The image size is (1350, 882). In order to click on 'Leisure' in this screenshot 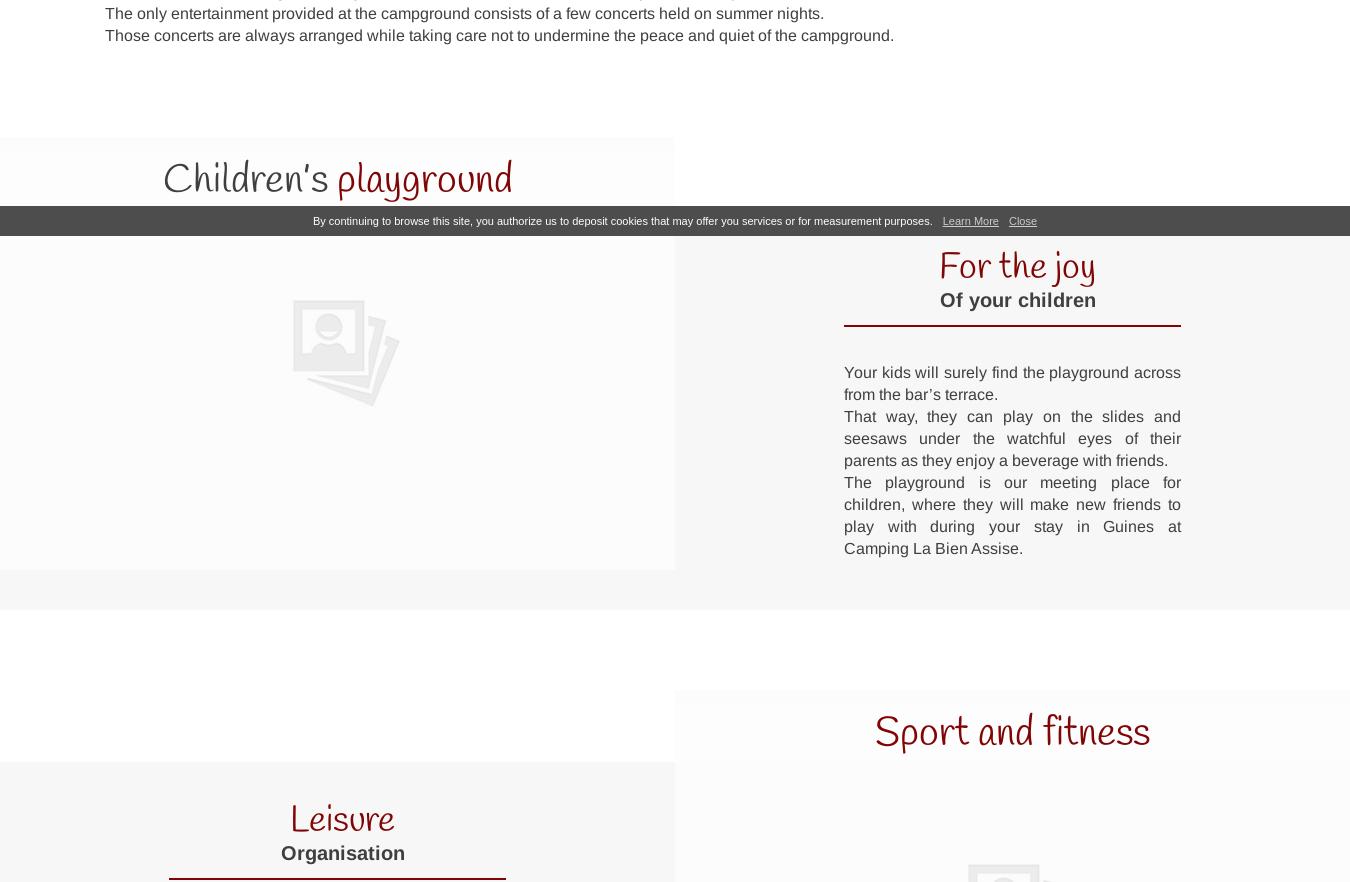, I will do `click(342, 820)`.